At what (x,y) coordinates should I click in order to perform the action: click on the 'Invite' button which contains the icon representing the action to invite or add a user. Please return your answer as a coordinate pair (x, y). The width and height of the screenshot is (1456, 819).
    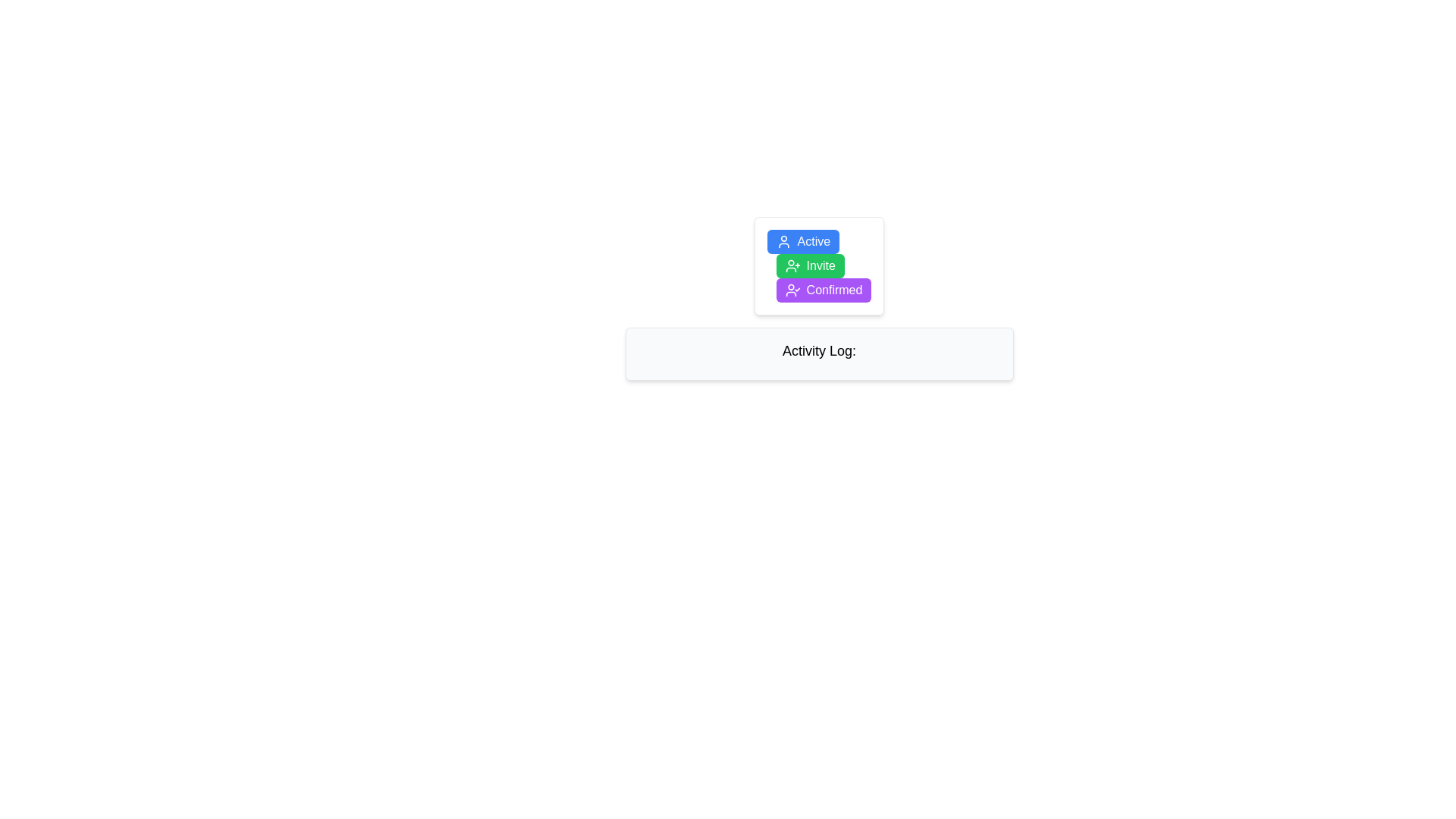
    Looking at the image, I should click on (792, 265).